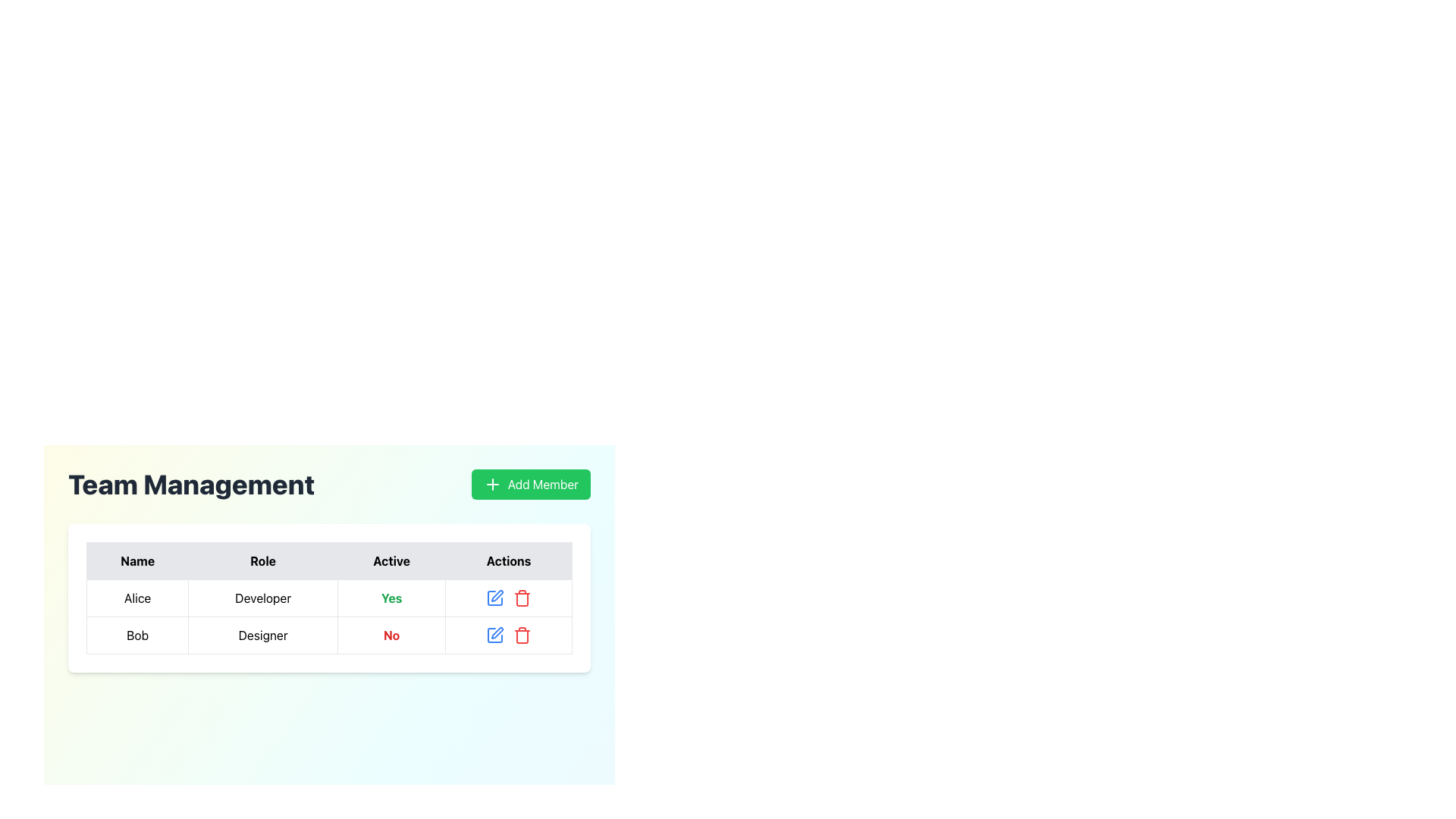  Describe the element at coordinates (137, 561) in the screenshot. I see `the content of the column associated with the 'Name' table header cell, which is the first cell in a four-column table header with a light gray background` at that location.